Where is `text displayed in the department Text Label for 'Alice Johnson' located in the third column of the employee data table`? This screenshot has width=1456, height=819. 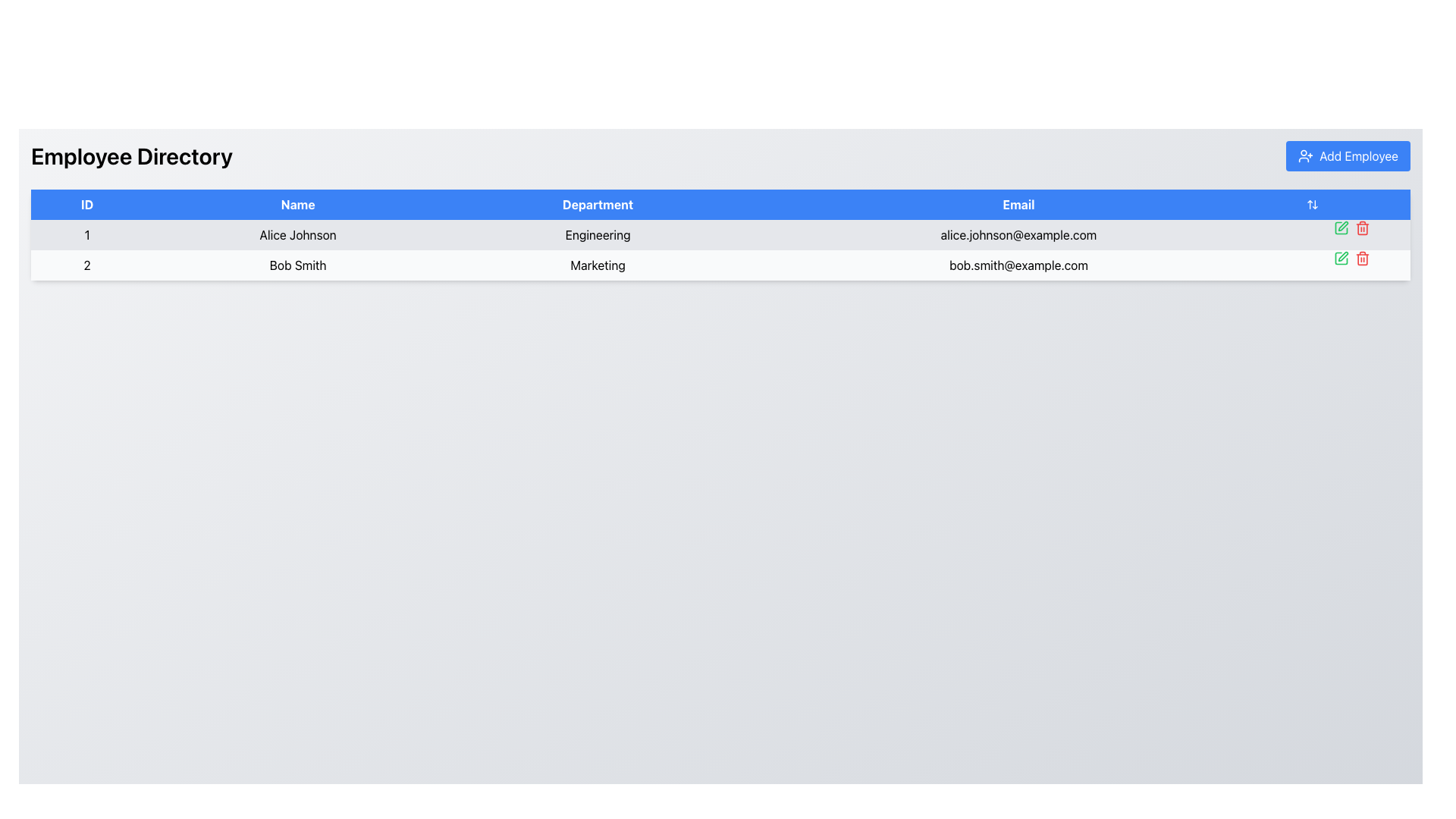
text displayed in the department Text Label for 'Alice Johnson' located in the third column of the employee data table is located at coordinates (597, 234).